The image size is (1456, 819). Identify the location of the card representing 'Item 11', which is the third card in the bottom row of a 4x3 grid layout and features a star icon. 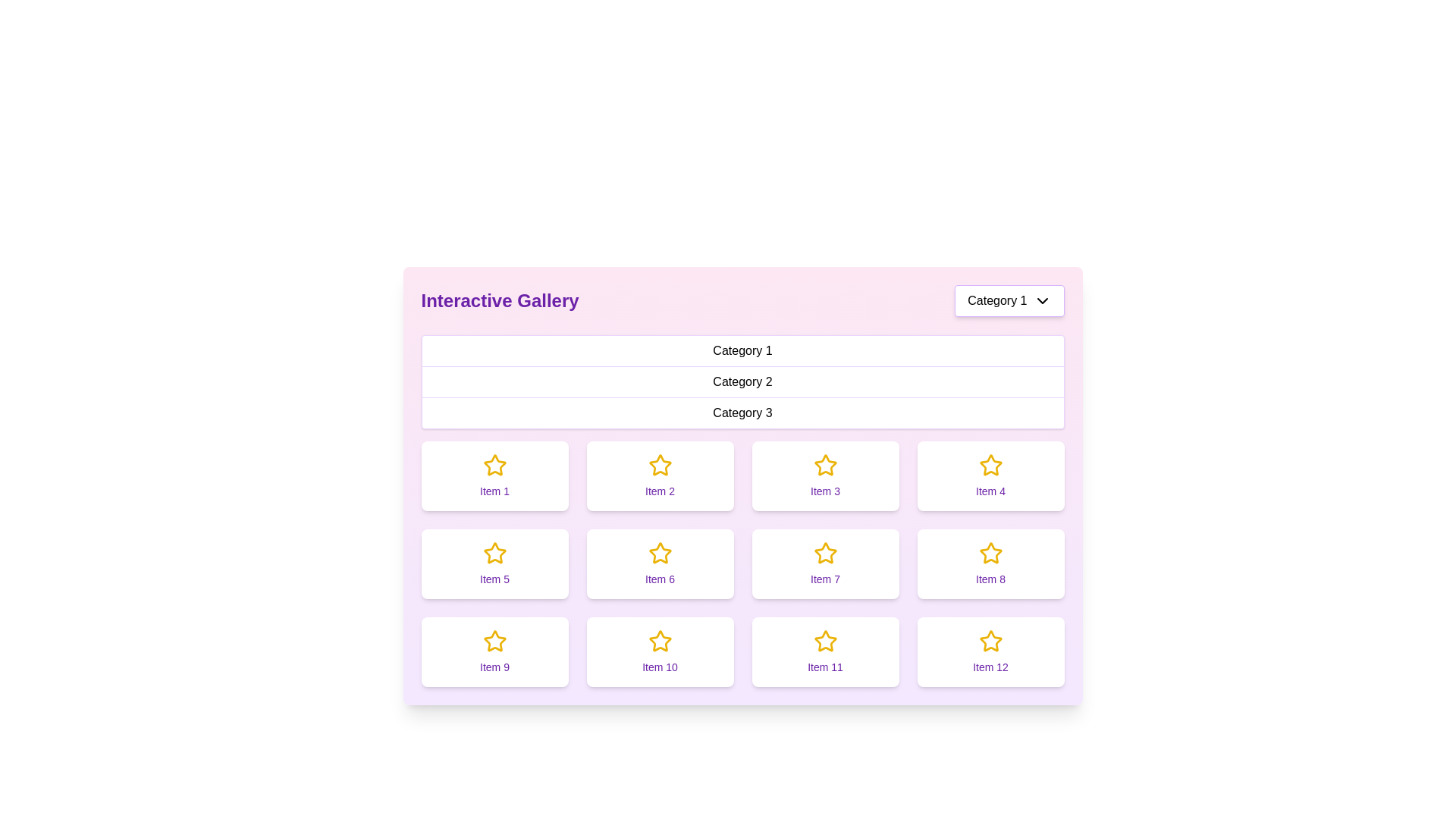
(824, 651).